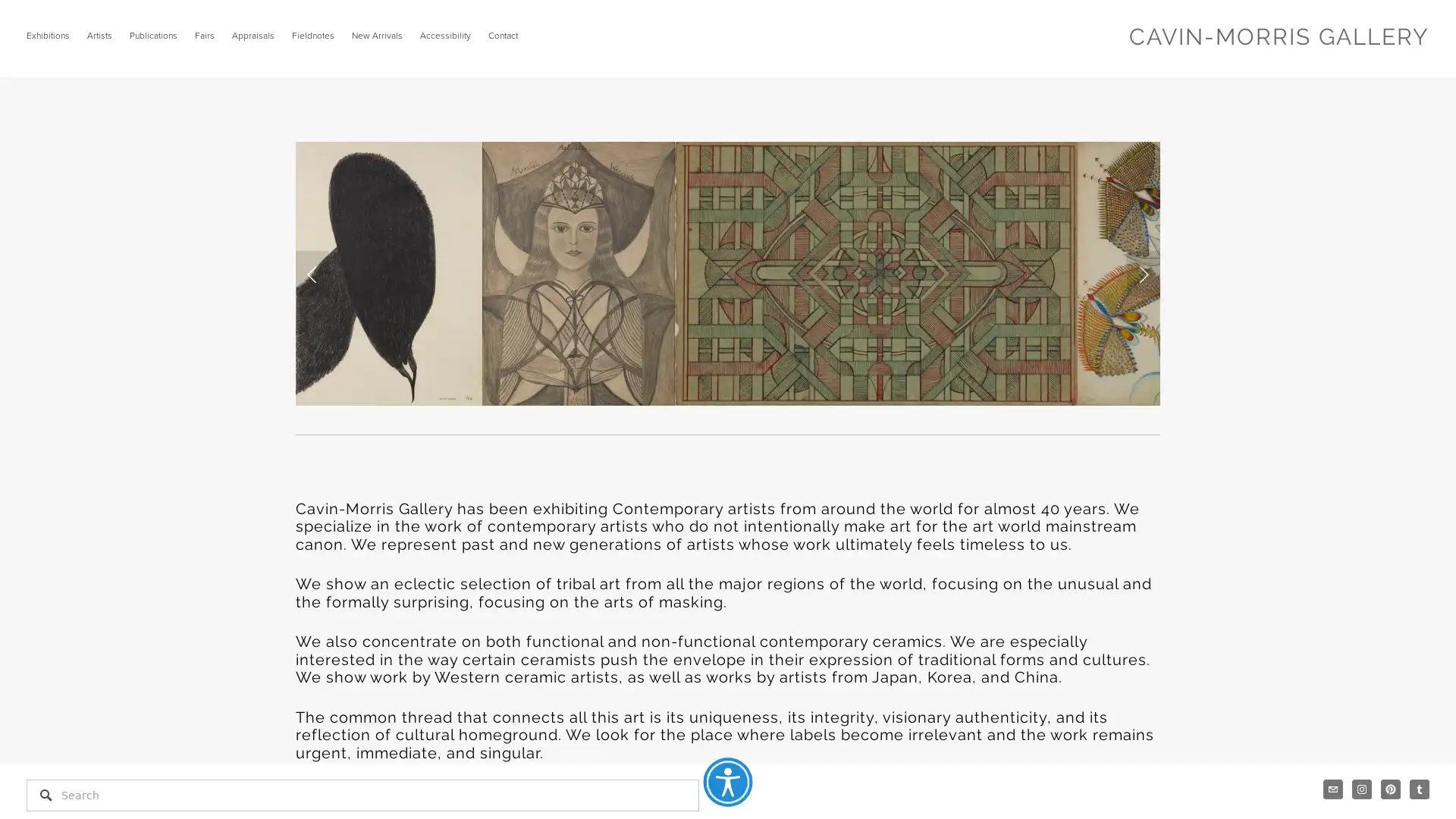 The width and height of the screenshot is (1456, 819). I want to click on Previous Slide, so click(312, 274).